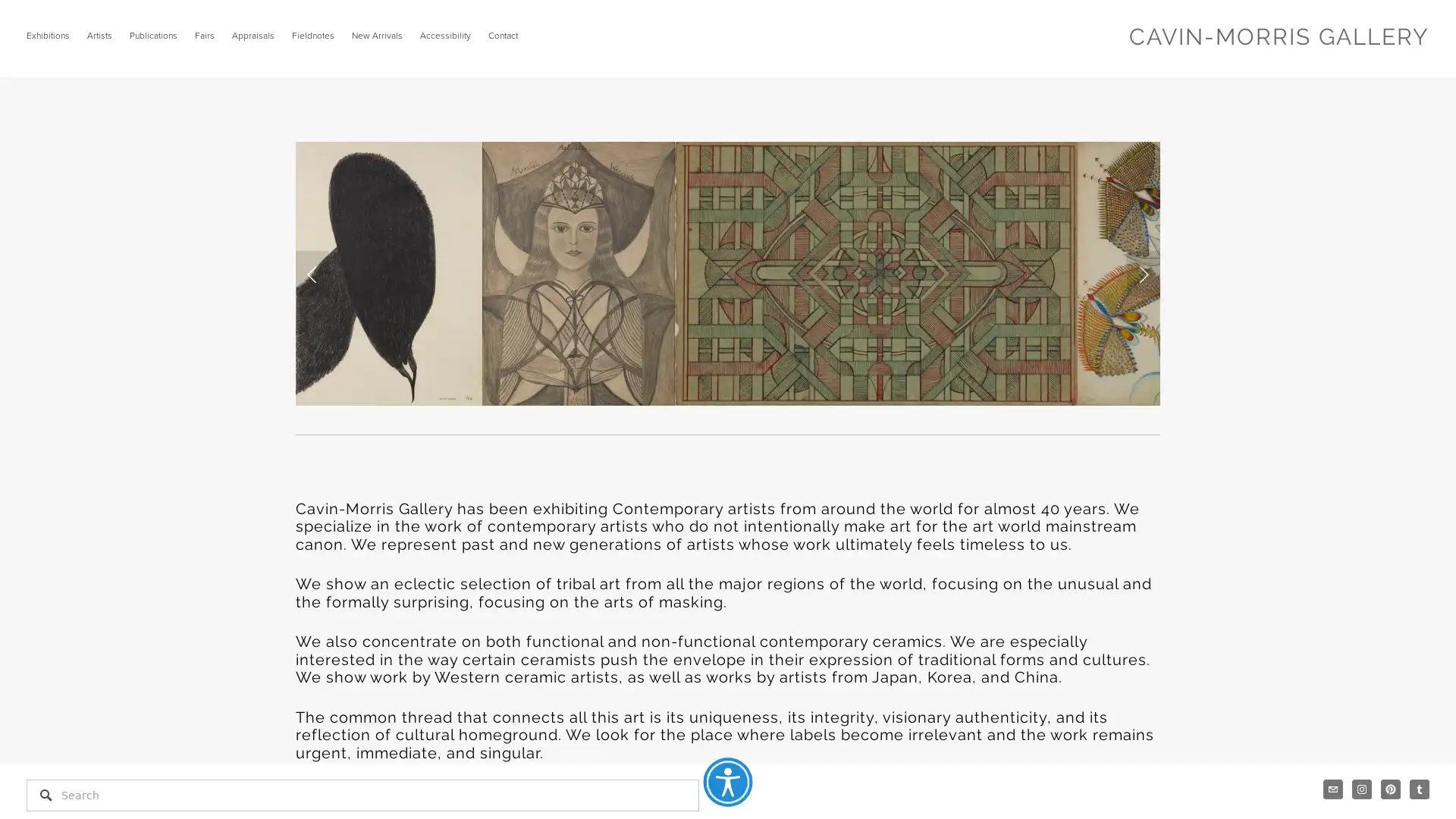 The width and height of the screenshot is (1456, 819). I want to click on Previous Slide, so click(312, 274).